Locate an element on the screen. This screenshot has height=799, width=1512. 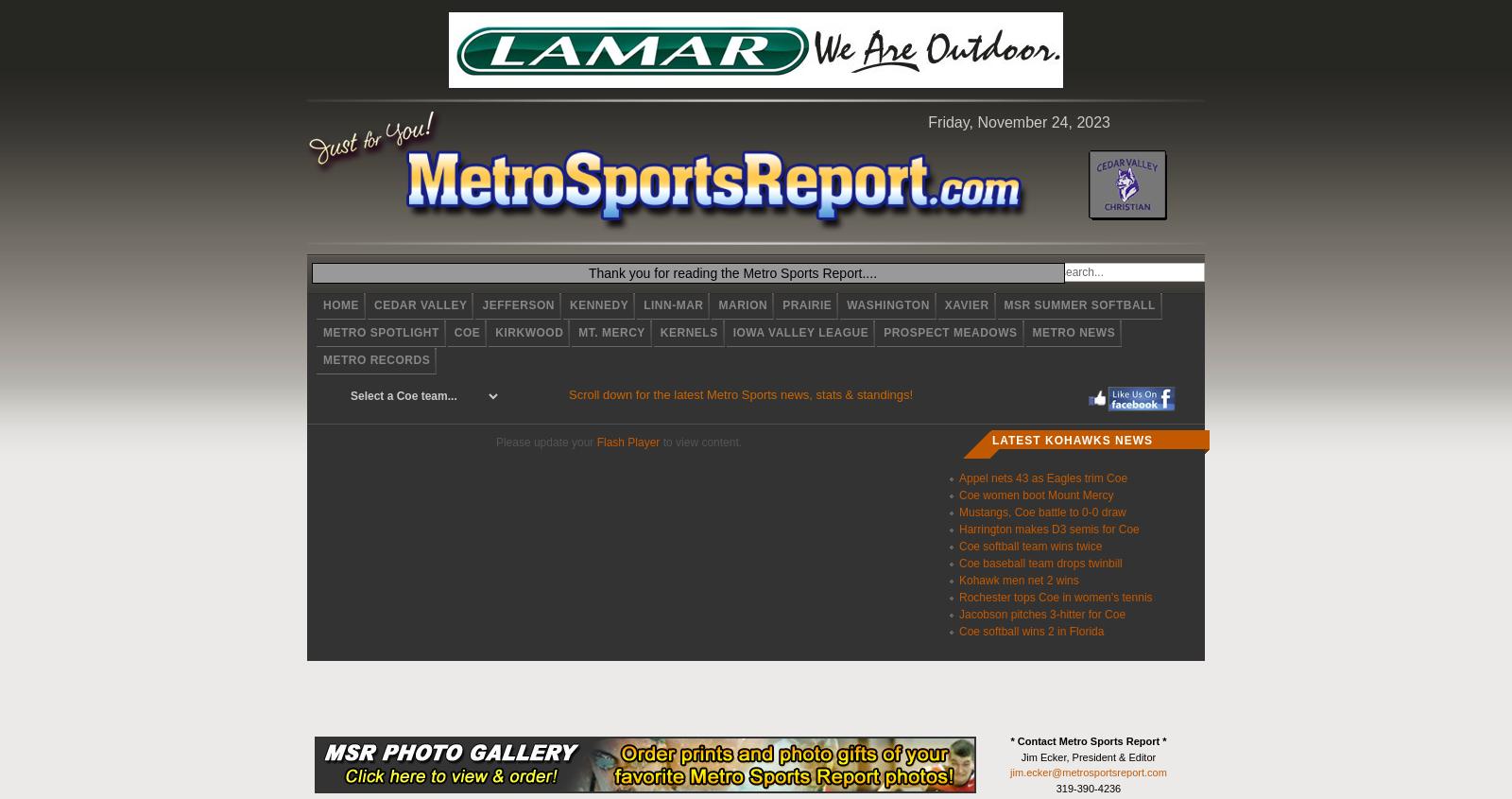
'Appel nets 43 as Eagles trim Coe' is located at coordinates (1043, 478).